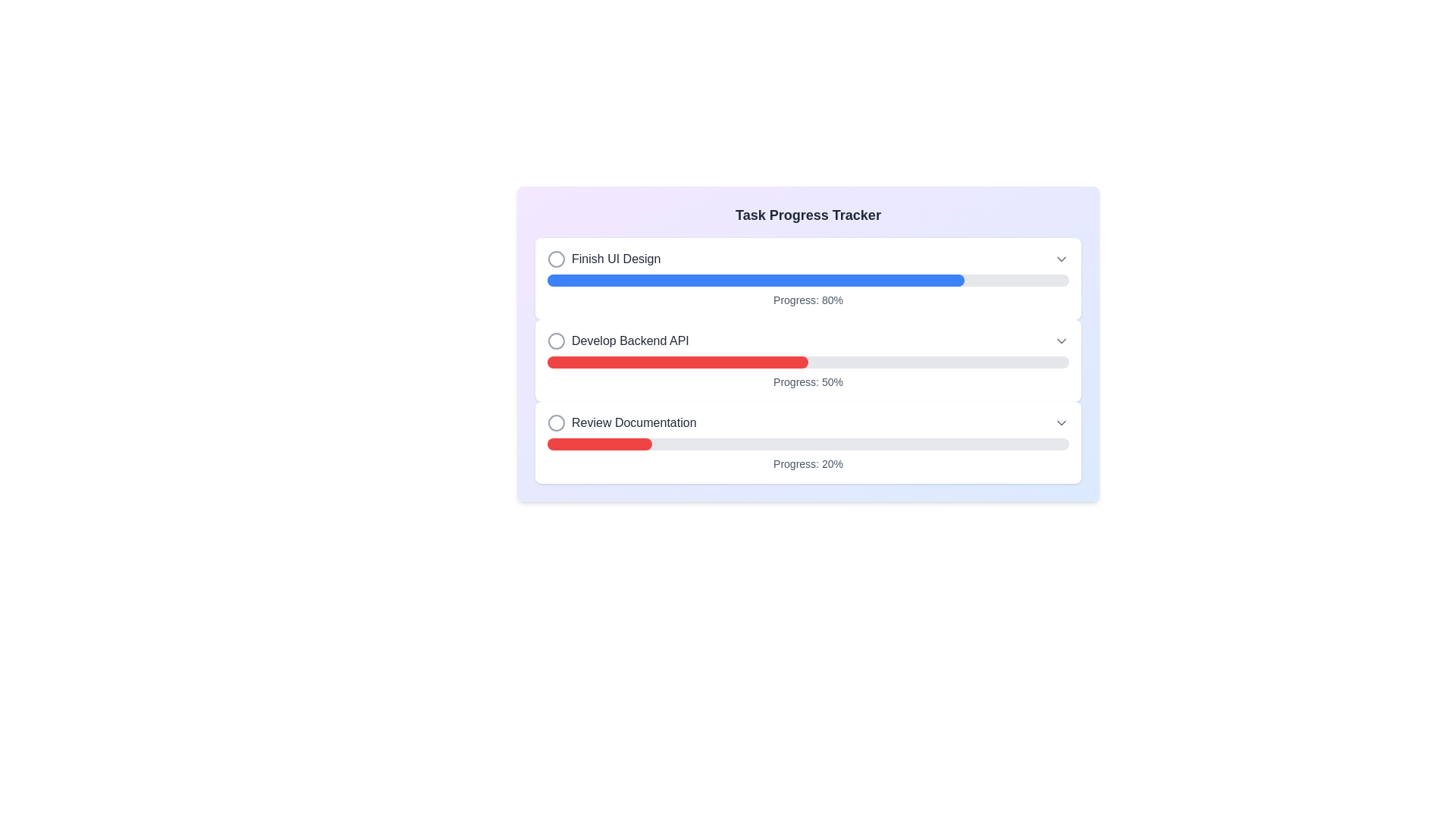 Image resolution: width=1456 pixels, height=819 pixels. I want to click on the status indicator icon located immediately to the left of the text 'Finish UI Design', so click(556, 259).